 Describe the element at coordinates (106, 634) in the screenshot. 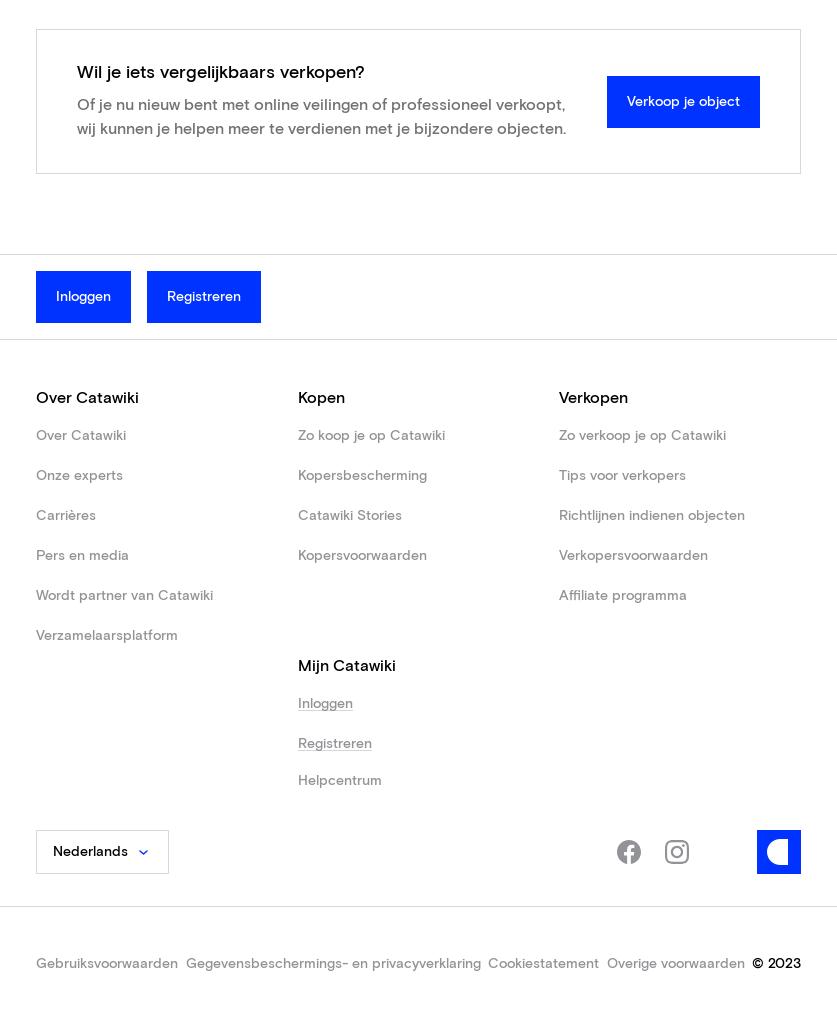

I see `'Verzamelaarsplatform'` at that location.